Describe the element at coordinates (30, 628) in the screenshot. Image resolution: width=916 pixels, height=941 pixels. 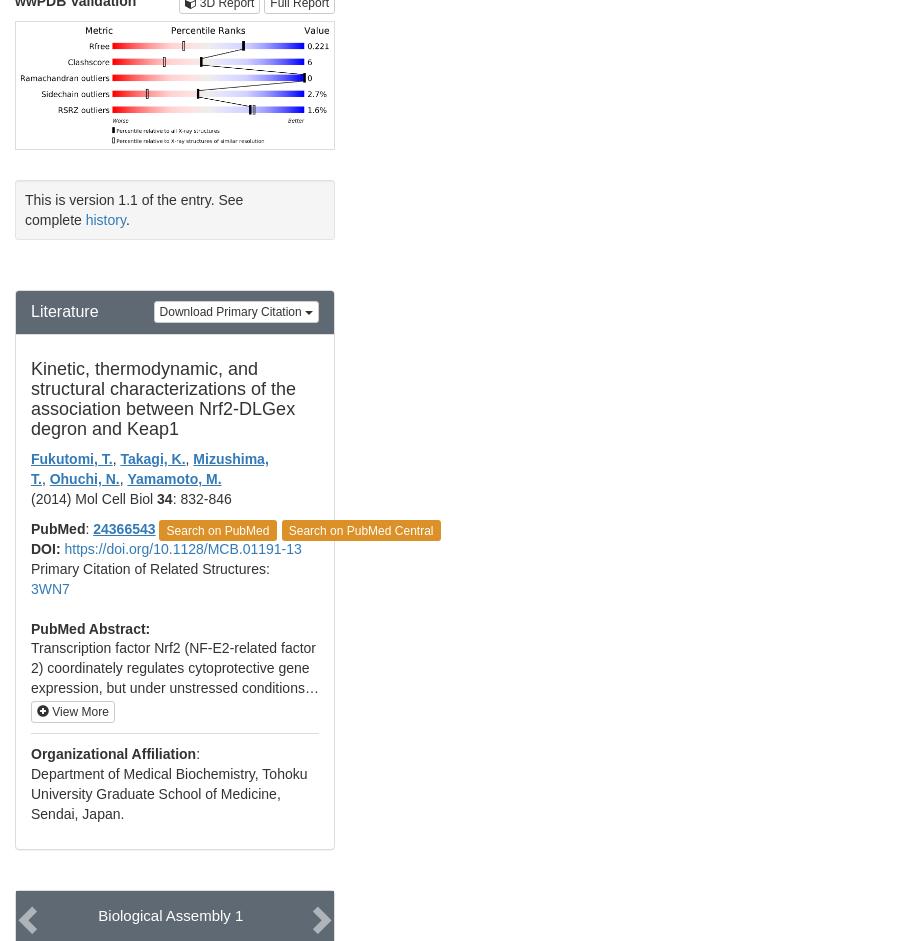
I see `'PubMed Abstract:'` at that location.